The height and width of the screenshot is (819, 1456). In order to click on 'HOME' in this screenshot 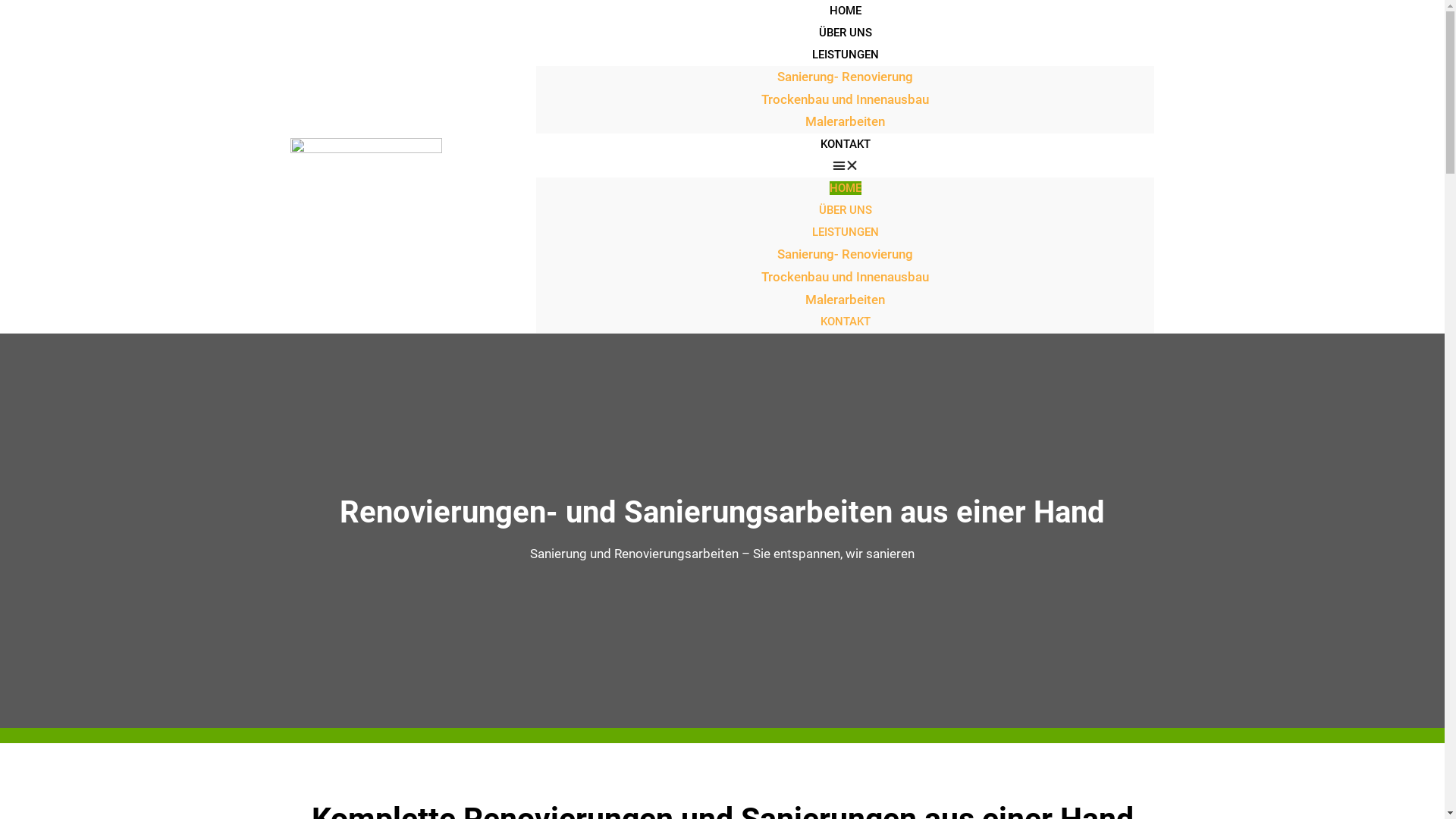, I will do `click(844, 187)`.